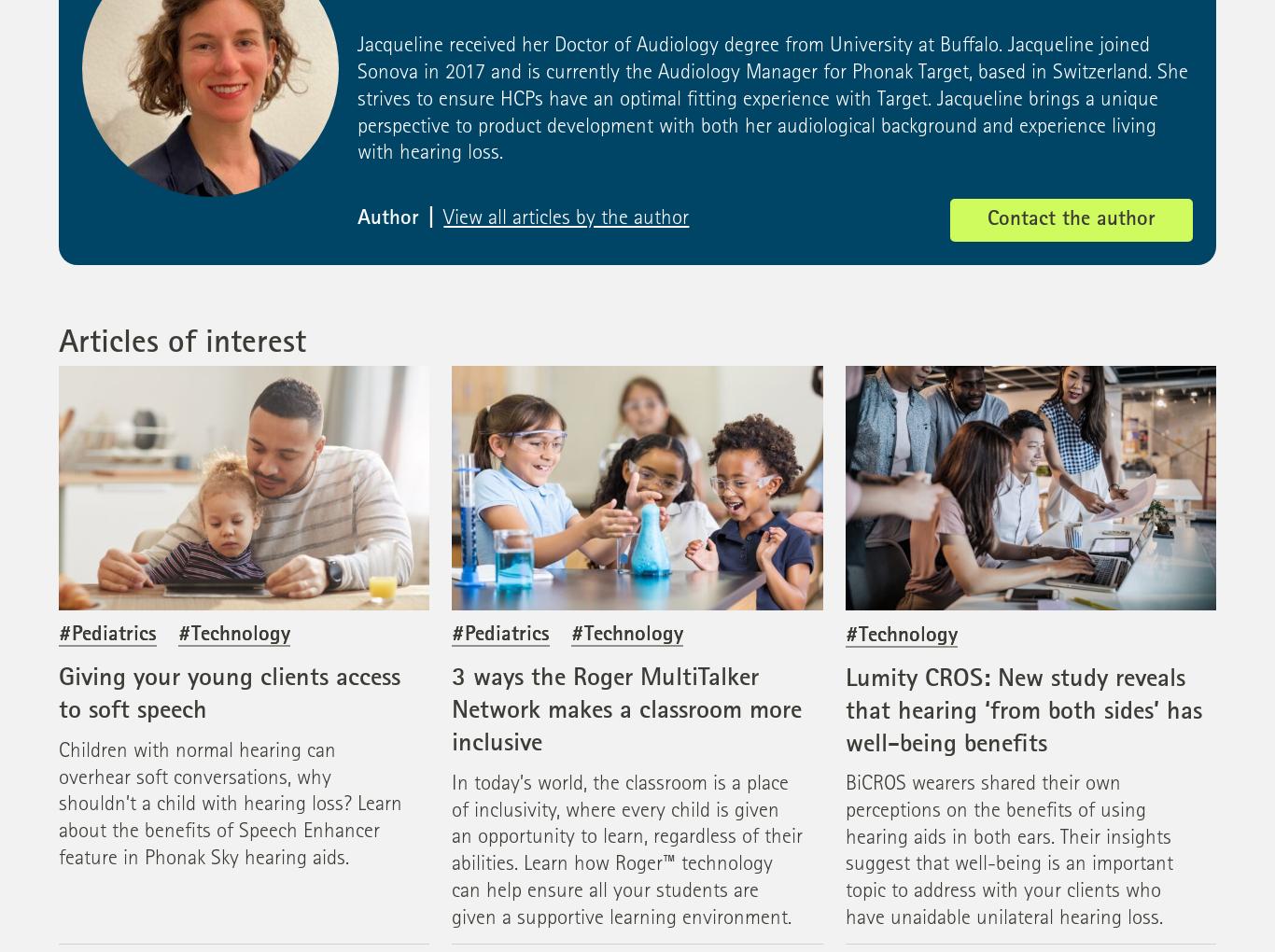 This screenshot has width=1275, height=952. Describe the element at coordinates (565, 218) in the screenshot. I see `'View all articles by the author'` at that location.